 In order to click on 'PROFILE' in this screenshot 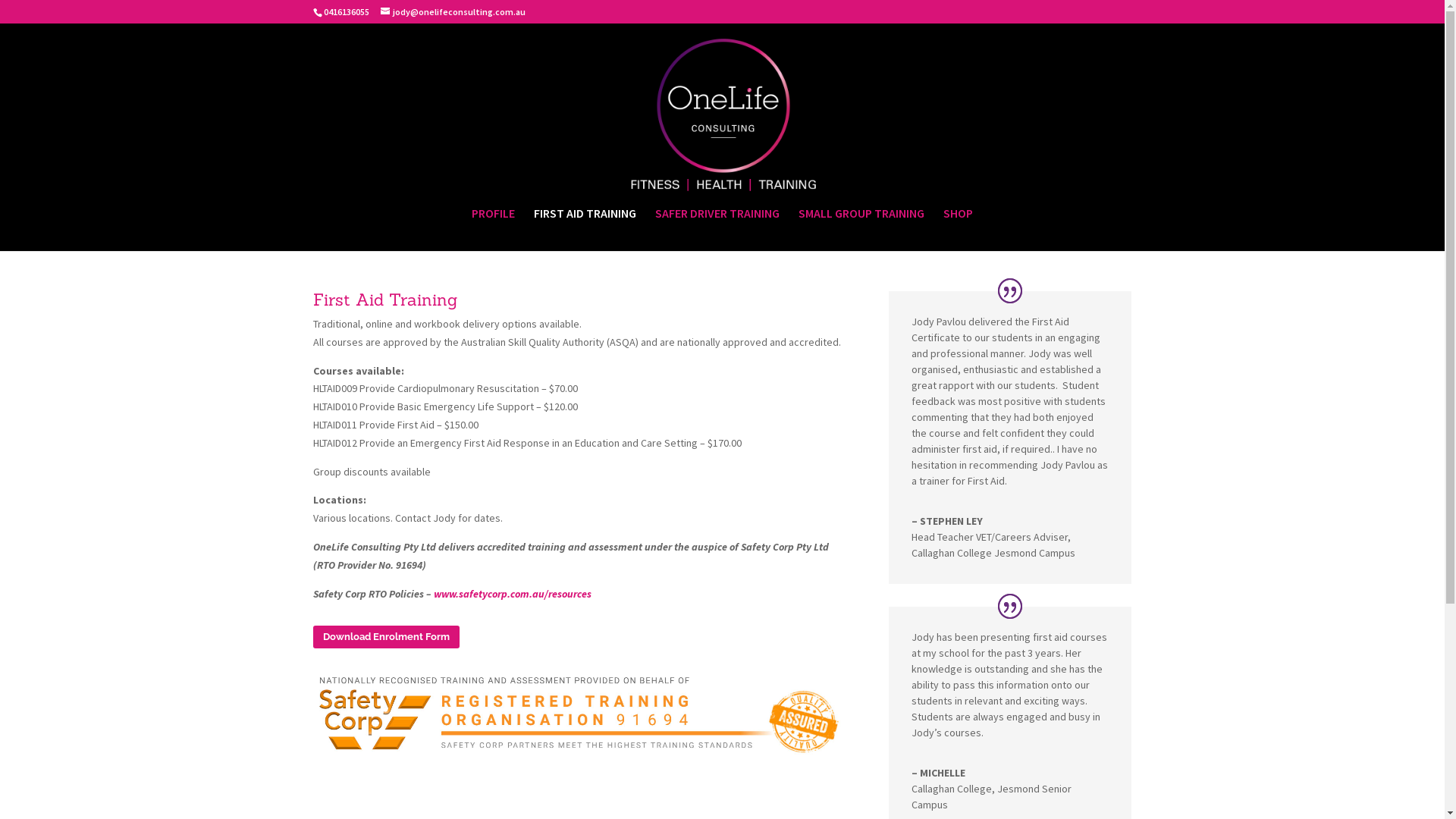, I will do `click(493, 229)`.